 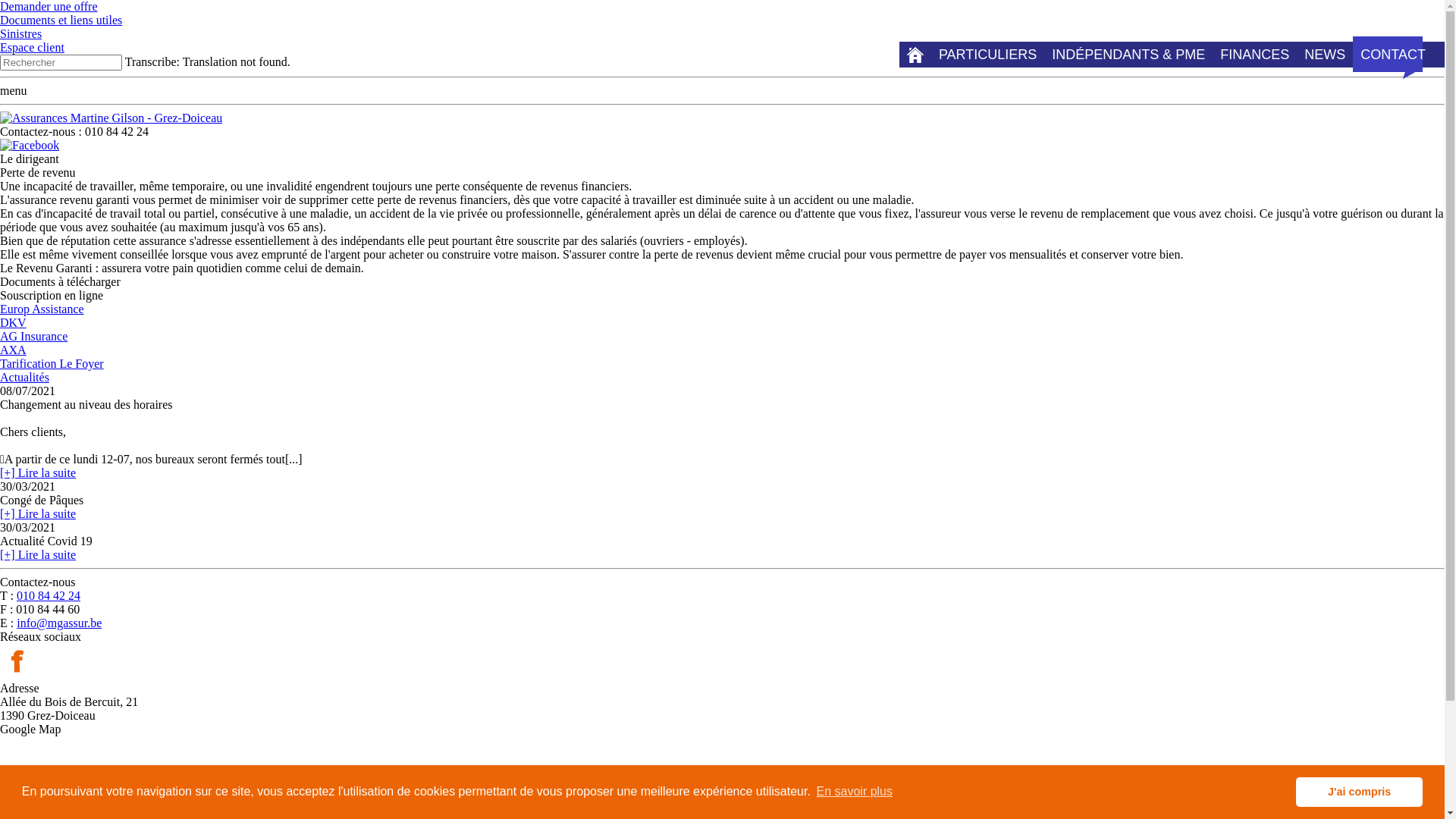 What do you see at coordinates (49, 6) in the screenshot?
I see `'Demander une offre'` at bounding box center [49, 6].